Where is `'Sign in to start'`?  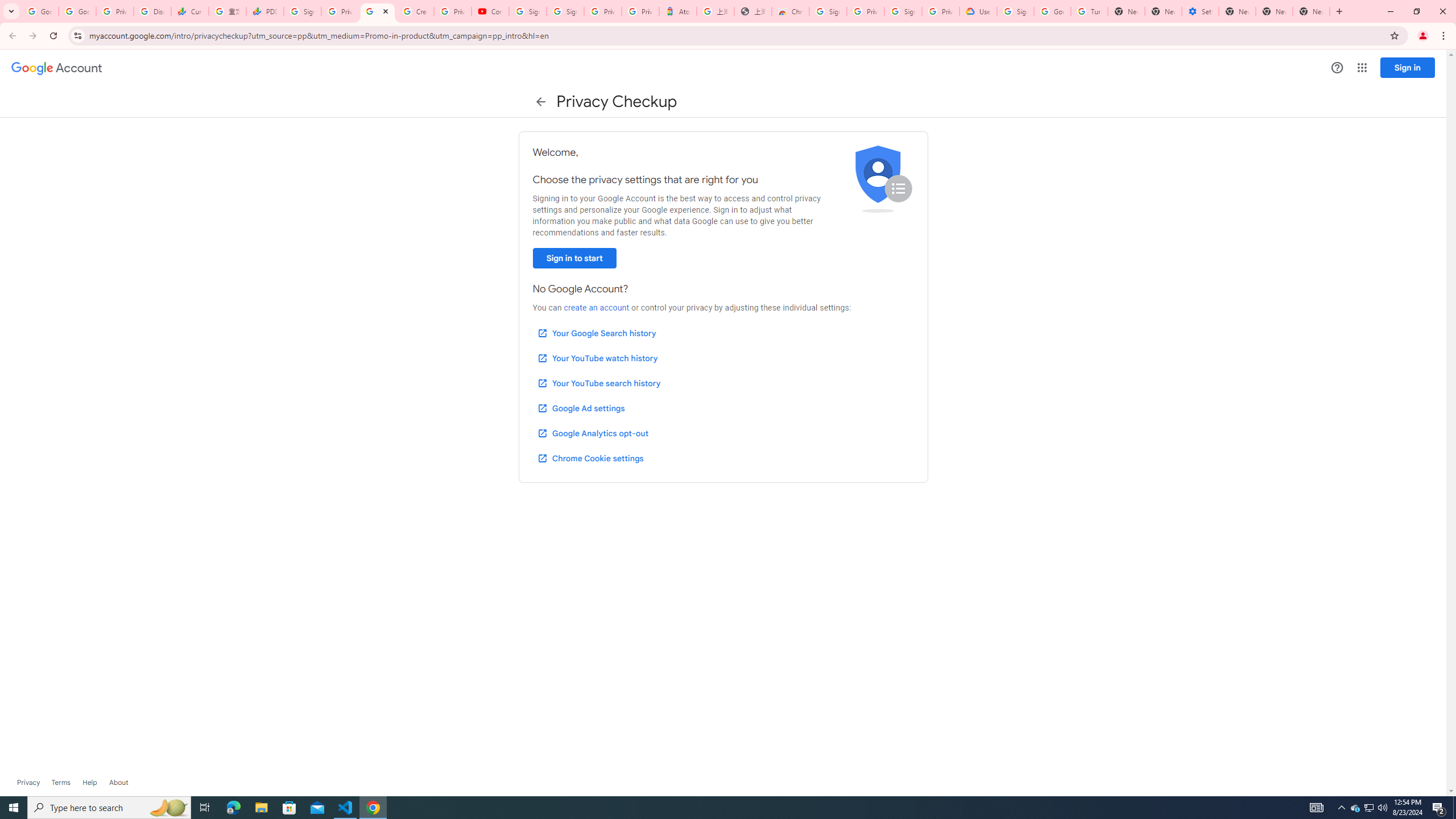
'Sign in to start' is located at coordinates (573, 258).